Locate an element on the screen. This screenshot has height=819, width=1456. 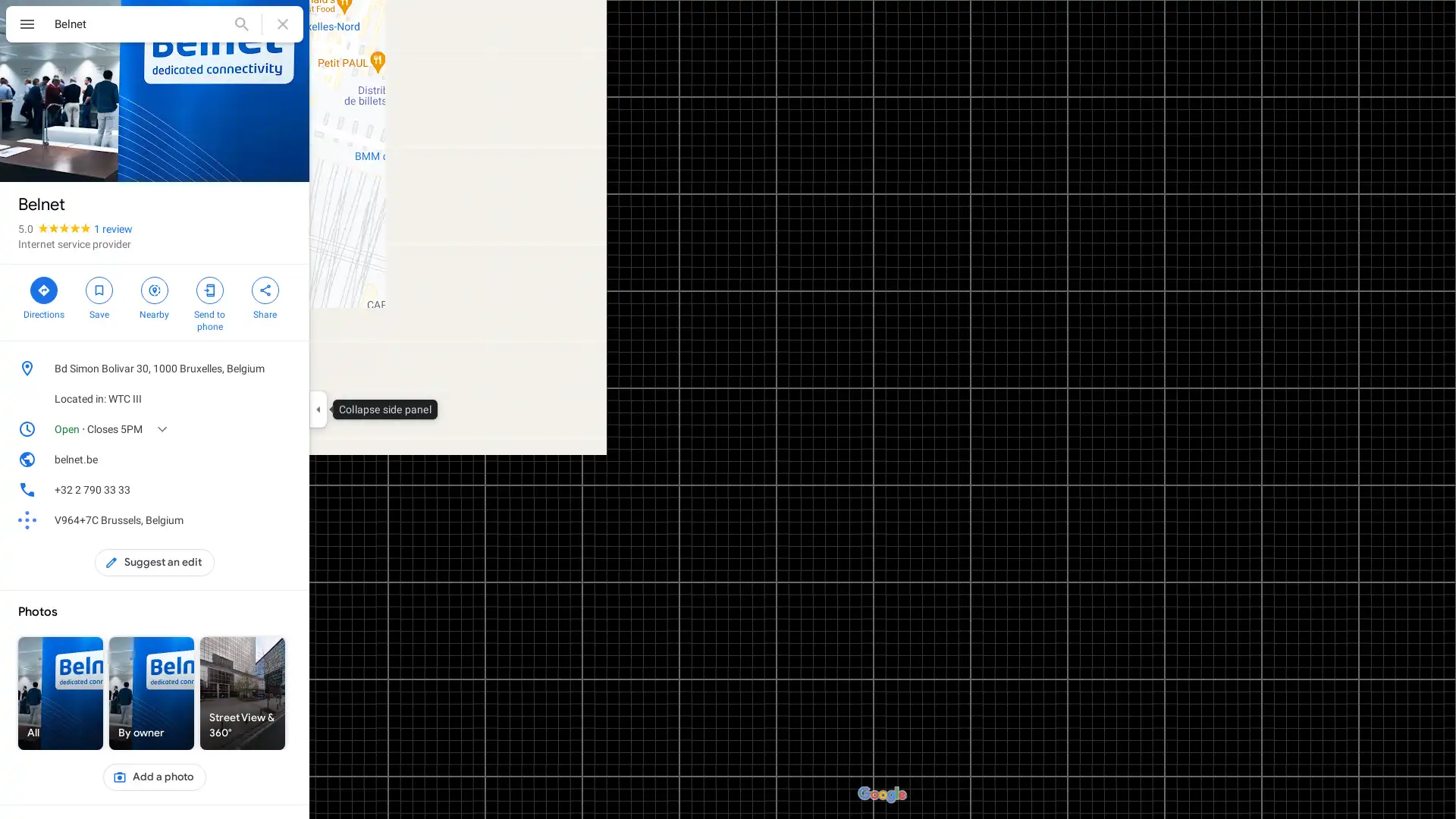
Directions to Belnet is located at coordinates (43, 296).